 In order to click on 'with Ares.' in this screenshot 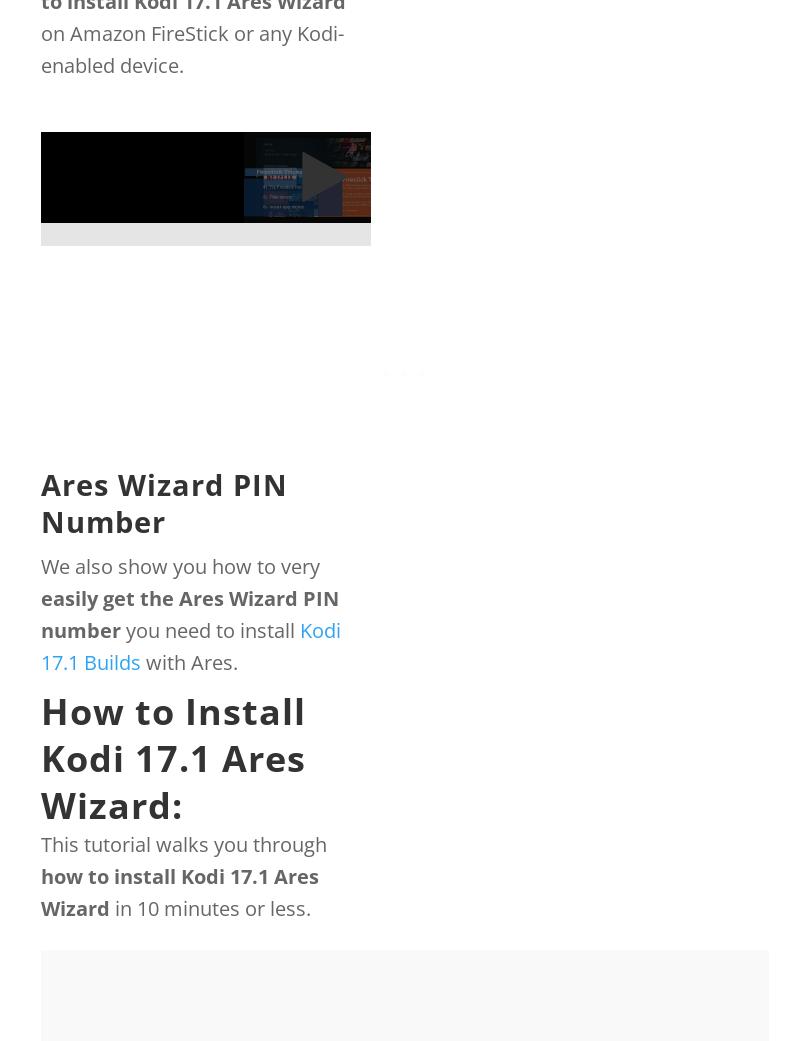, I will do `click(188, 661)`.